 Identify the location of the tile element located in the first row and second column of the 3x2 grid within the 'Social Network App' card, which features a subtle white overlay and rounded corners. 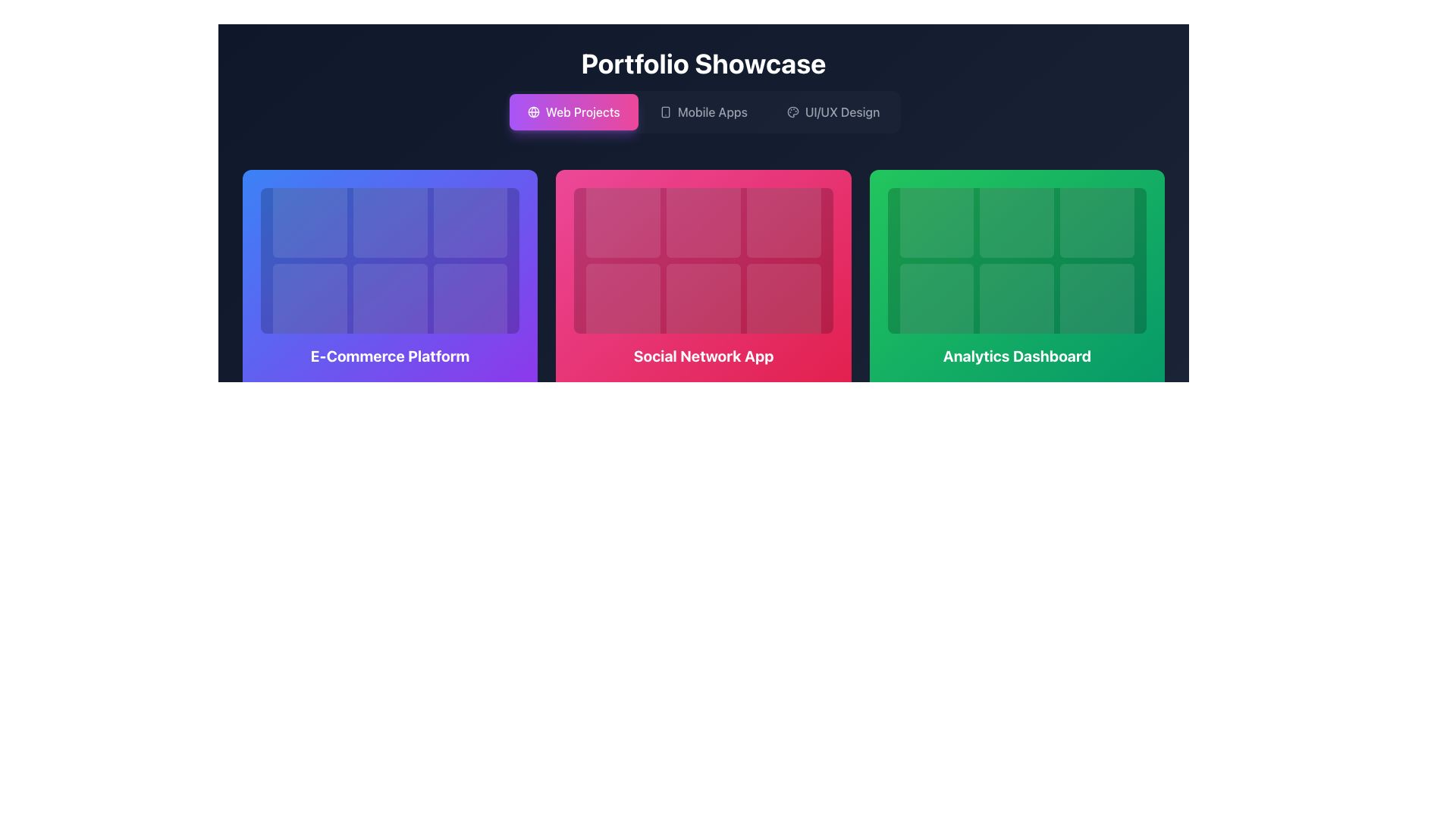
(702, 221).